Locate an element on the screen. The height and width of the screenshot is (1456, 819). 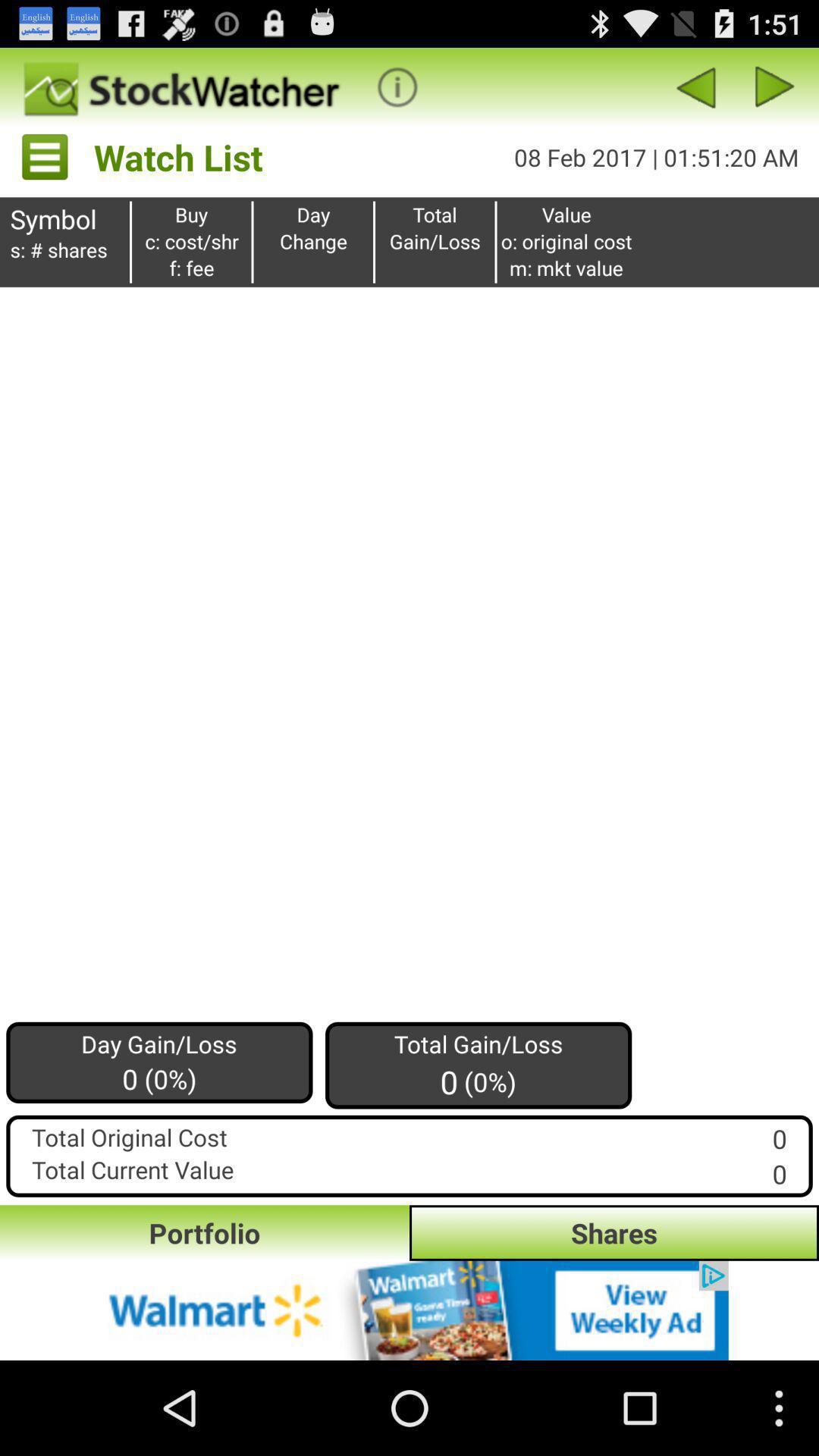
the play icon is located at coordinates (775, 93).